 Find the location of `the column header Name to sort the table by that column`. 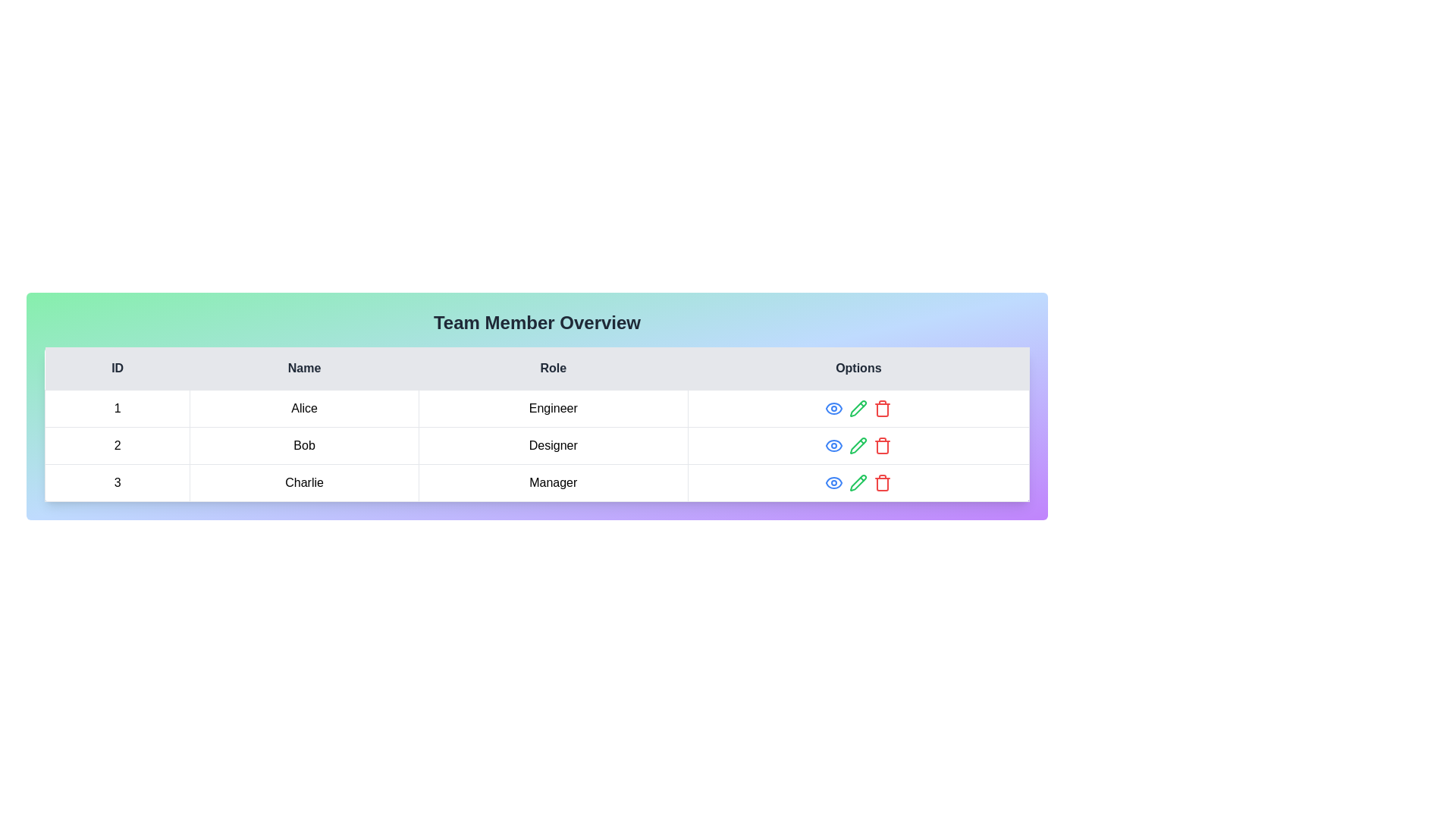

the column header Name to sort the table by that column is located at coordinates (303, 369).